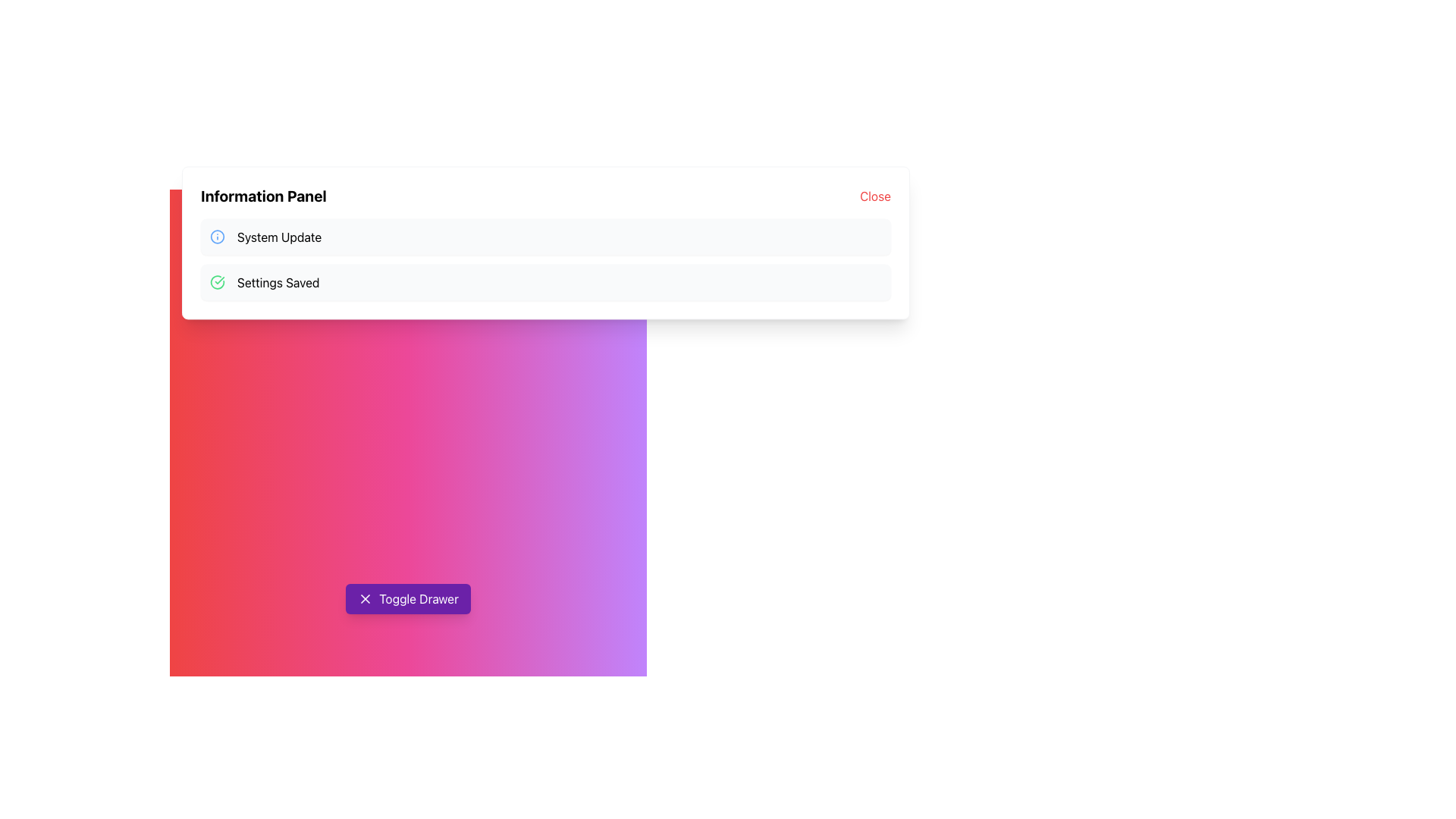  What do you see at coordinates (408, 598) in the screenshot?
I see `the 'Toggle Drawer' button, which is a rectangular button with a purple background and white text, featuring an 'X' icon on the left side, located near the bottom center of the interface` at bounding box center [408, 598].